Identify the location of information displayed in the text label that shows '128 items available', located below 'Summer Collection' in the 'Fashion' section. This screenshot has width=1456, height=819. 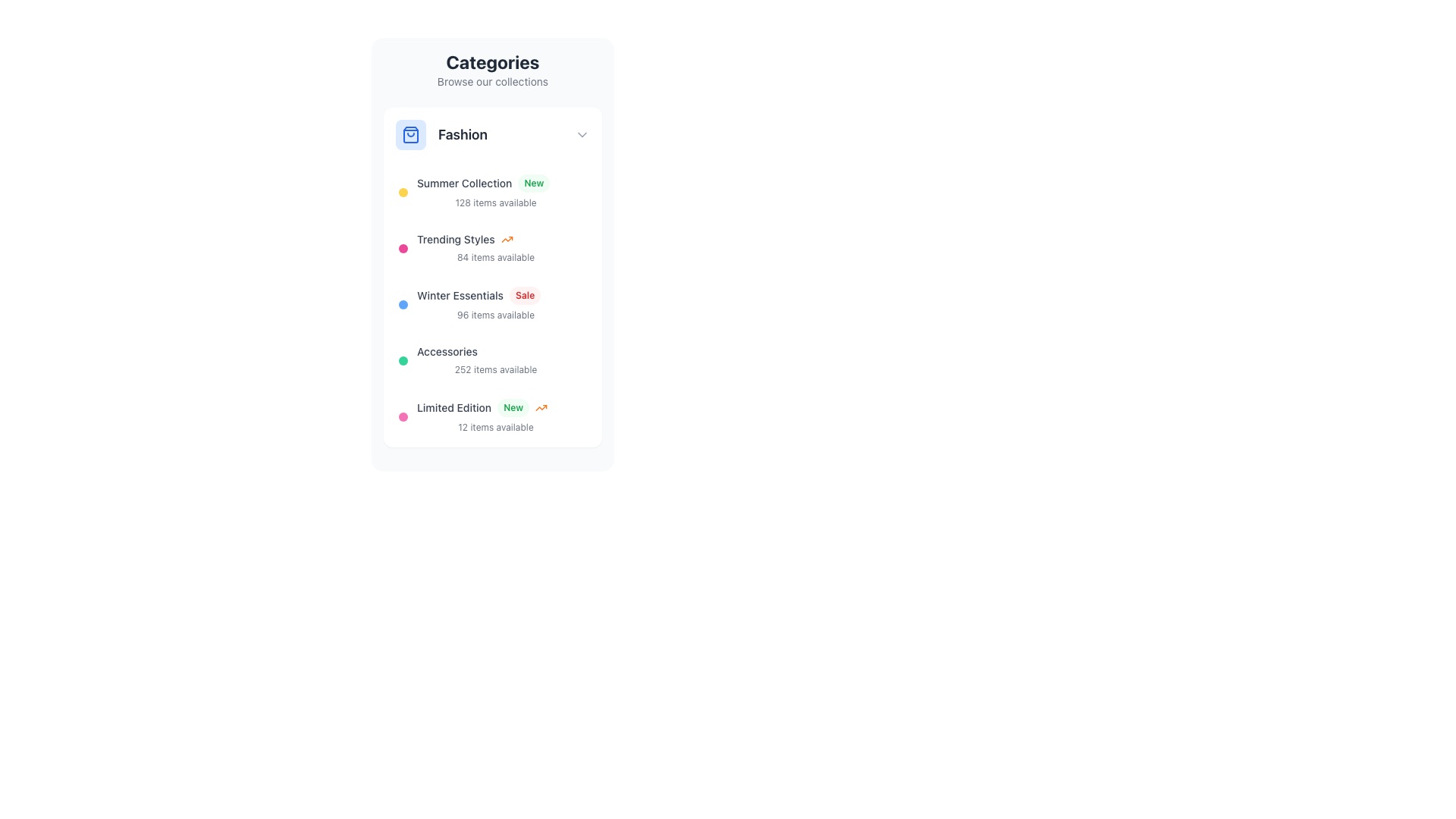
(495, 202).